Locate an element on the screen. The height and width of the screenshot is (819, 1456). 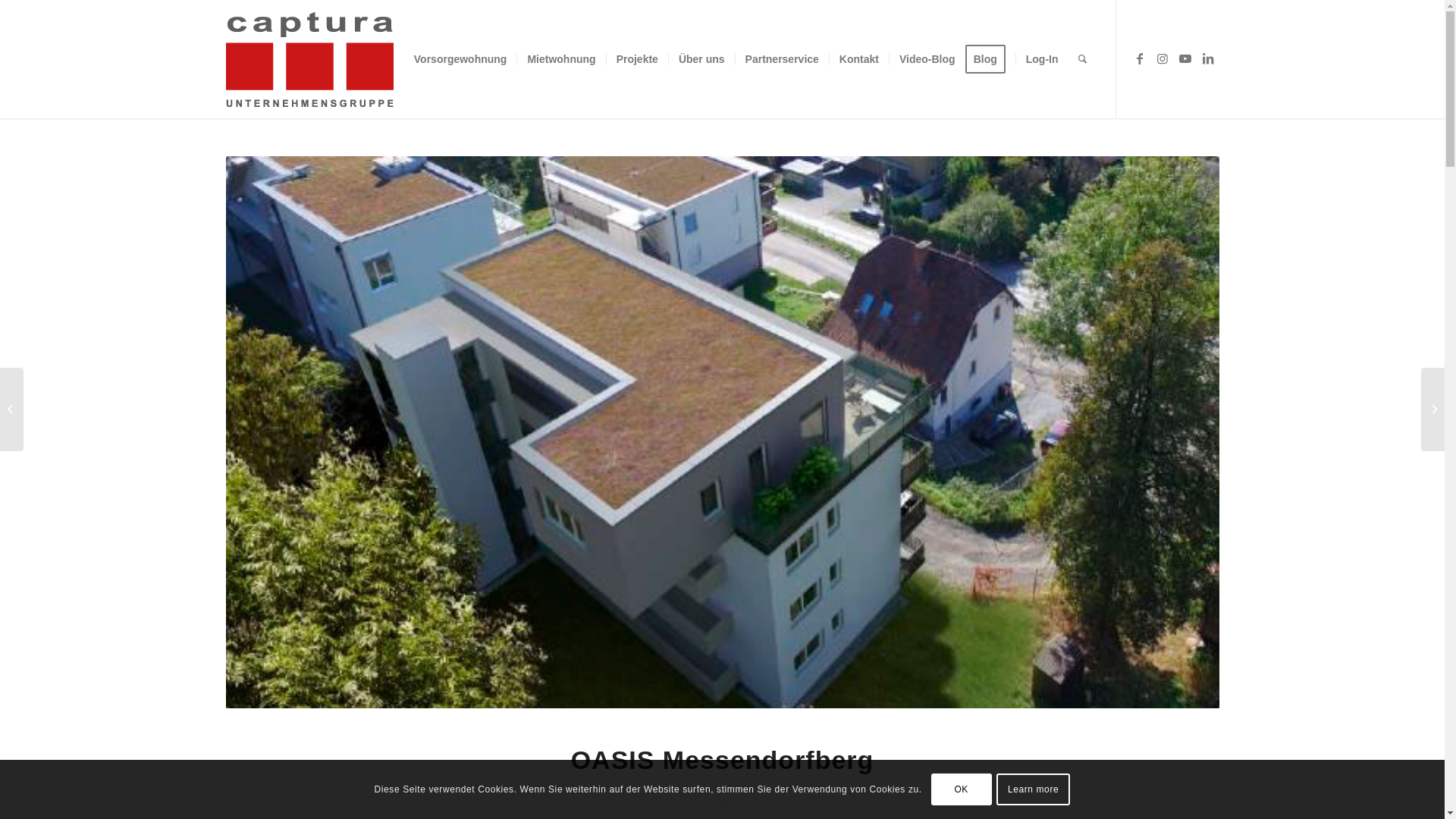
'Vorsorgewohnung' is located at coordinates (460, 58).